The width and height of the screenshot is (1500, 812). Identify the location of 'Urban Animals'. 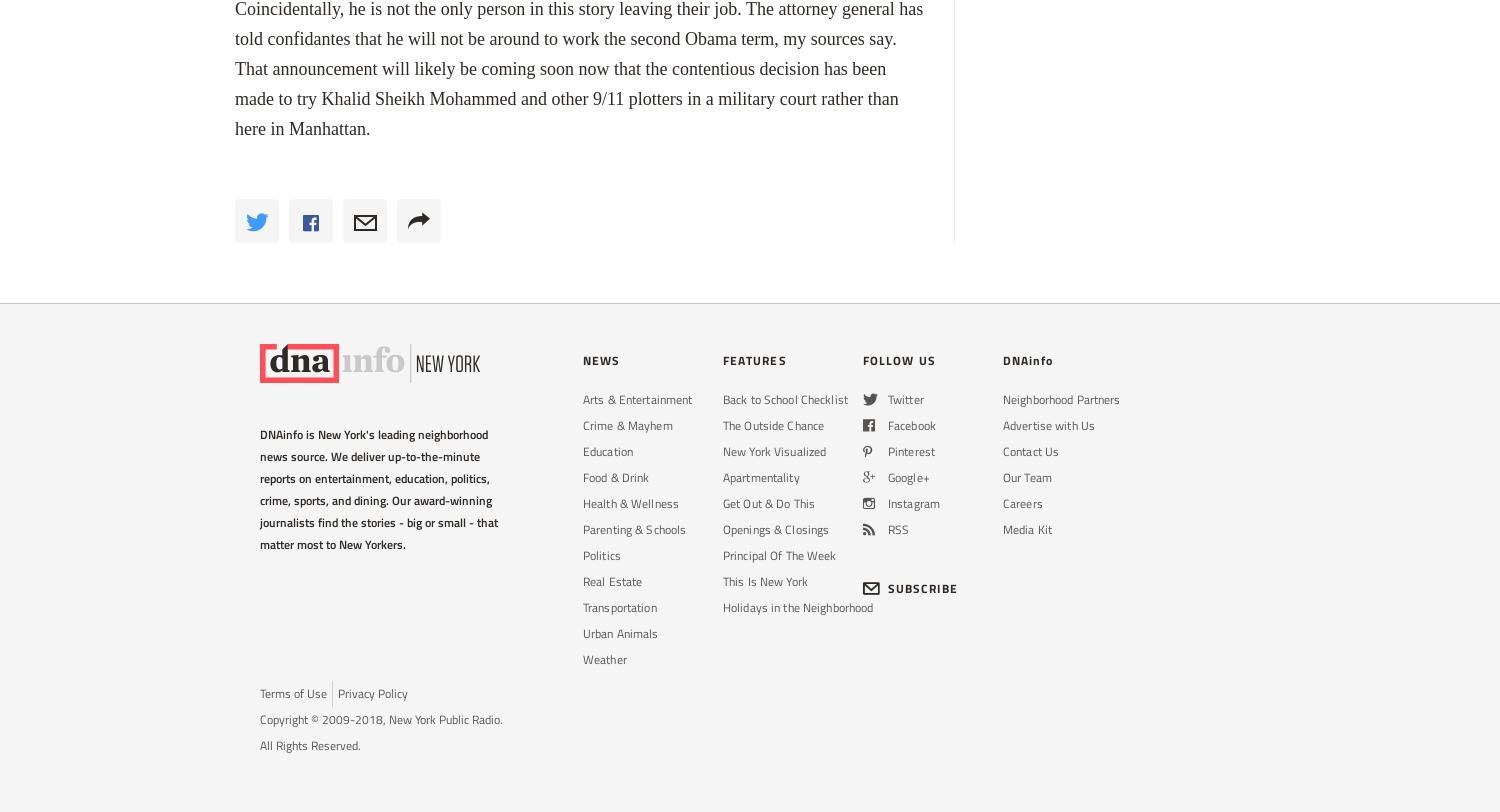
(619, 633).